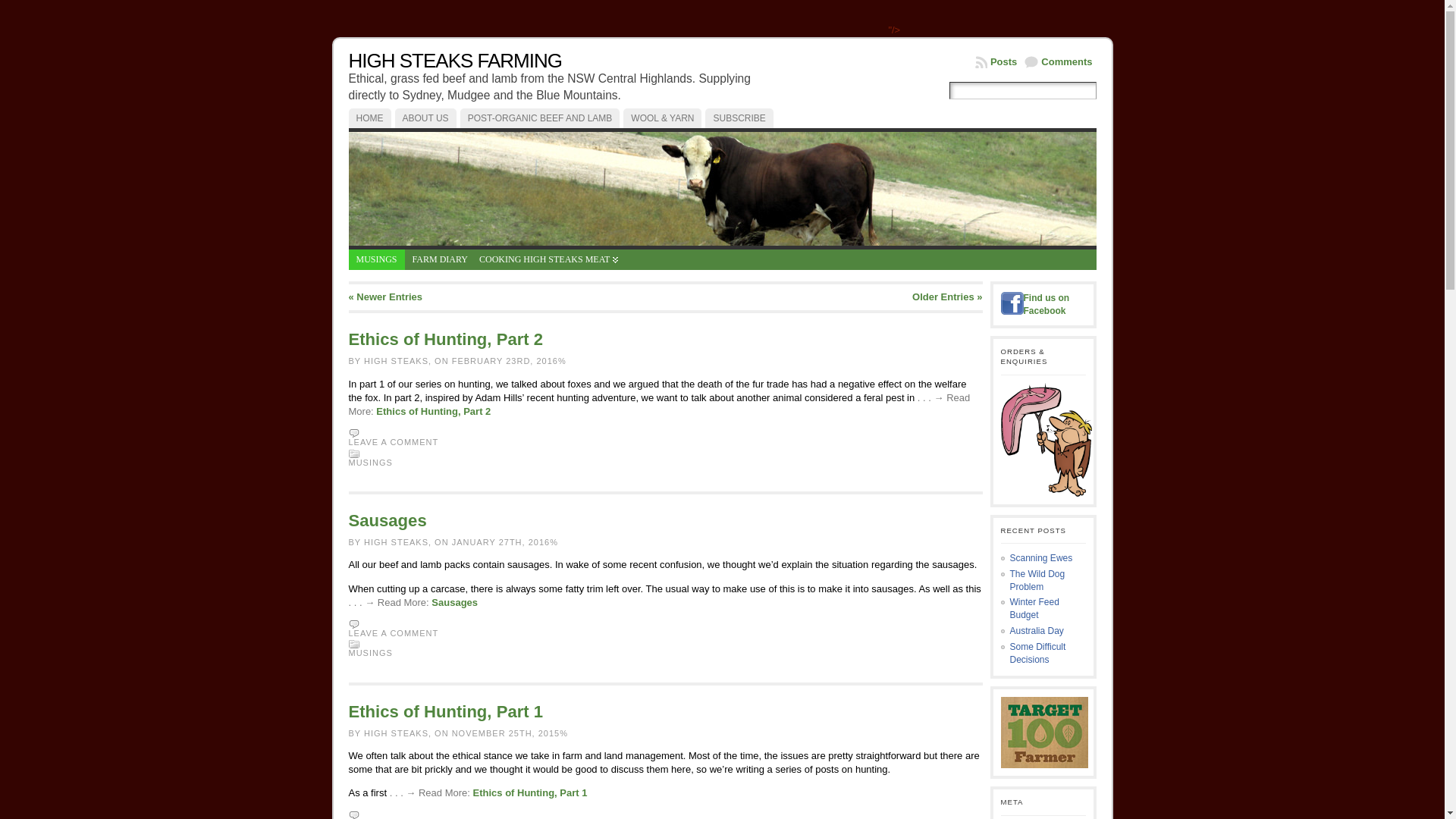  What do you see at coordinates (394, 632) in the screenshot?
I see `'LEAVE A COMMENT'` at bounding box center [394, 632].